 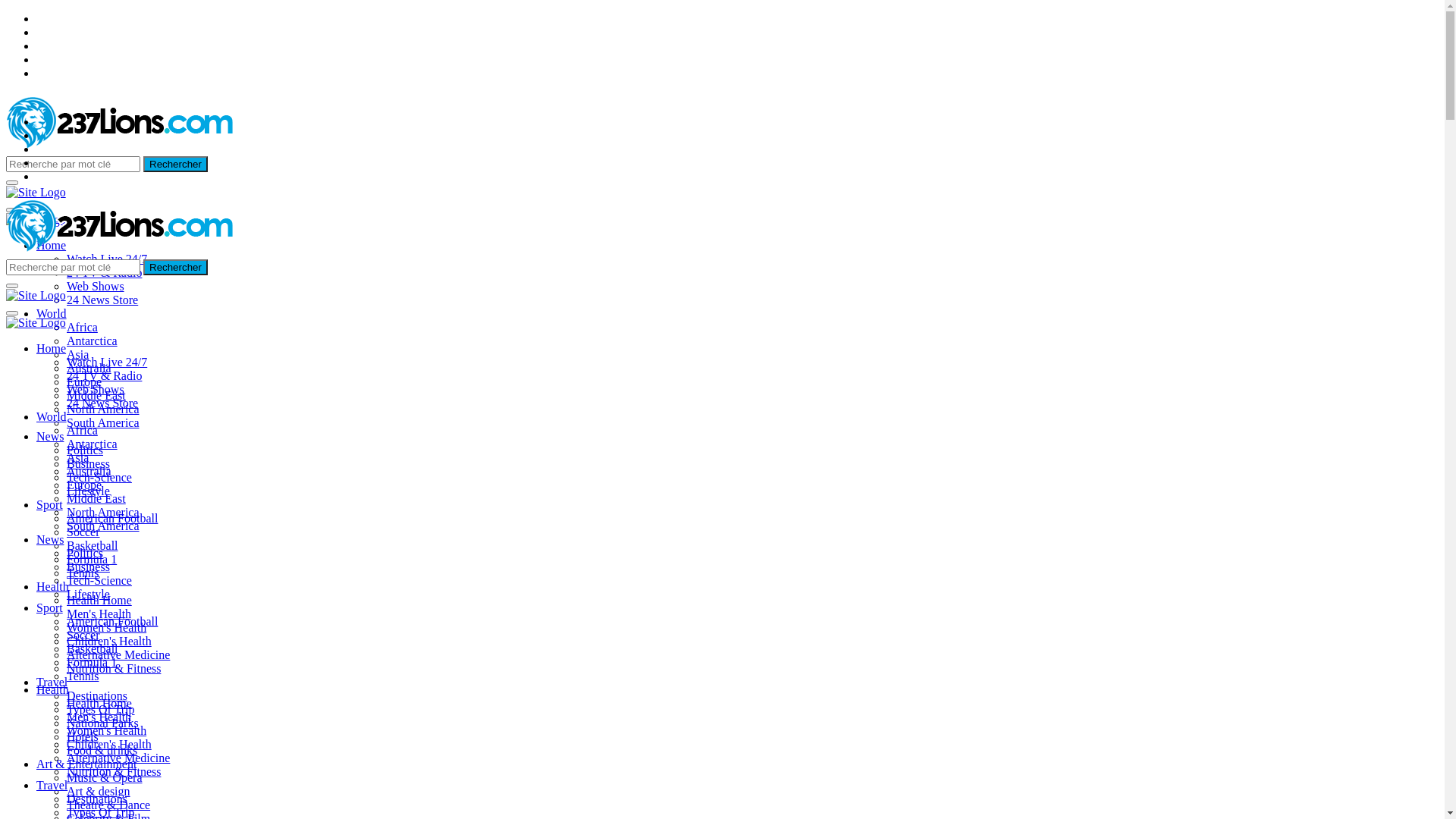 What do you see at coordinates (49, 504) in the screenshot?
I see `'Sport'` at bounding box center [49, 504].